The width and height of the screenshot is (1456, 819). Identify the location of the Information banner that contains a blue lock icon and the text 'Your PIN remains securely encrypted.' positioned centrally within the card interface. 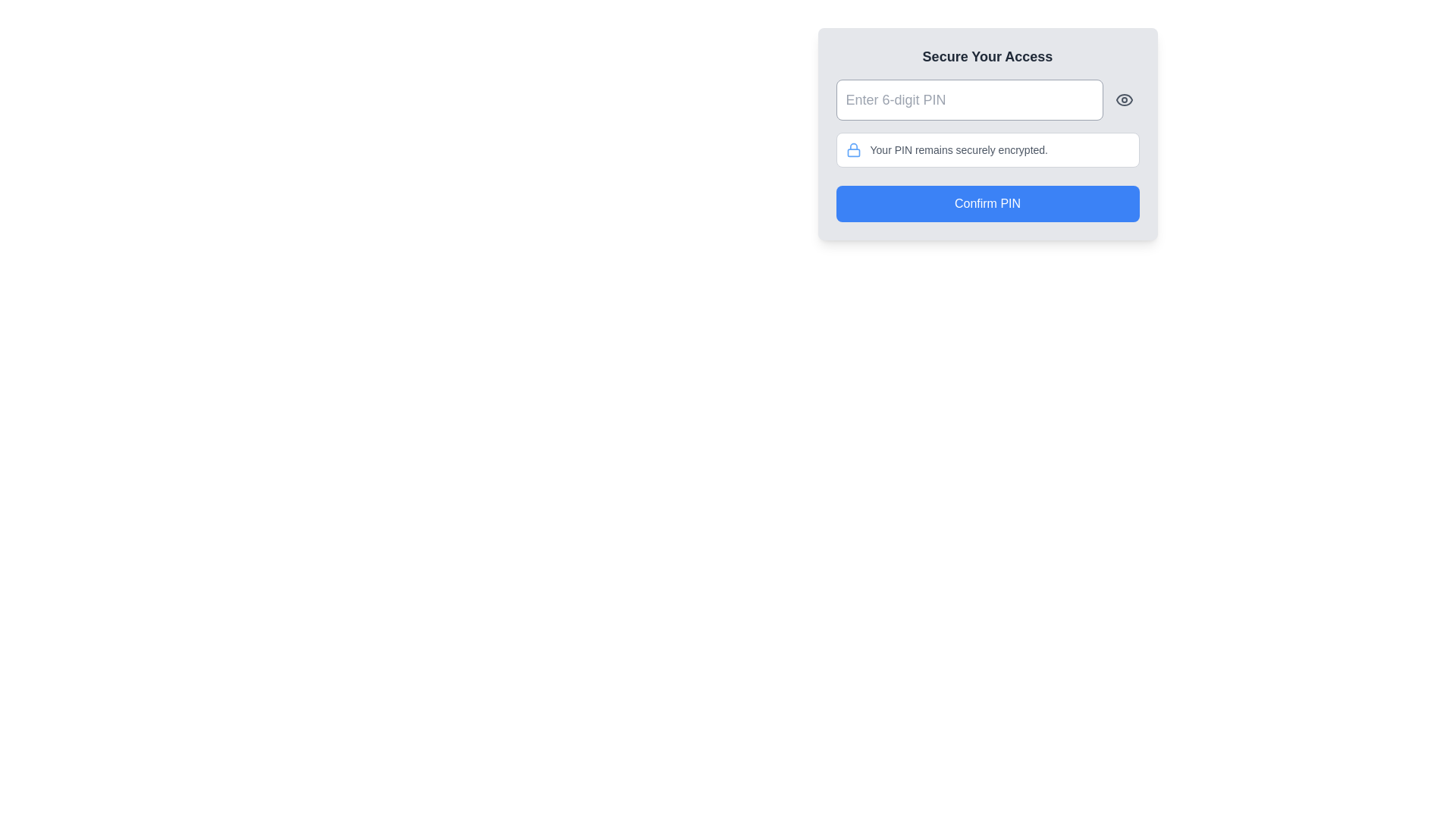
(987, 149).